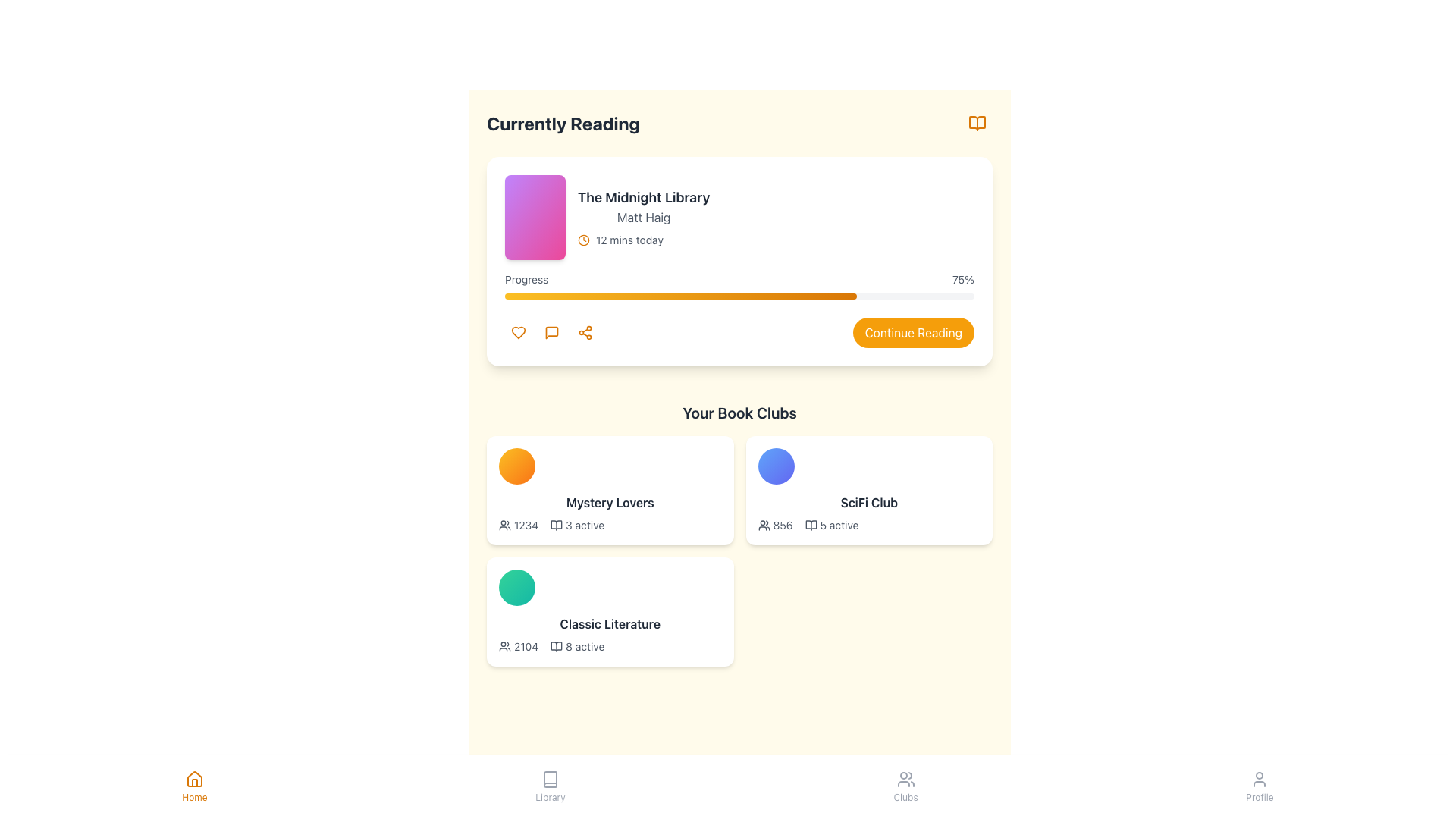 Image resolution: width=1456 pixels, height=819 pixels. I want to click on the Informational card titled 'Mystery Lovers', which features a white background, rounded corners, an orange gradient icon on the left, and bold text in the center, located under the 'Your Book Clubs' section, so click(610, 491).